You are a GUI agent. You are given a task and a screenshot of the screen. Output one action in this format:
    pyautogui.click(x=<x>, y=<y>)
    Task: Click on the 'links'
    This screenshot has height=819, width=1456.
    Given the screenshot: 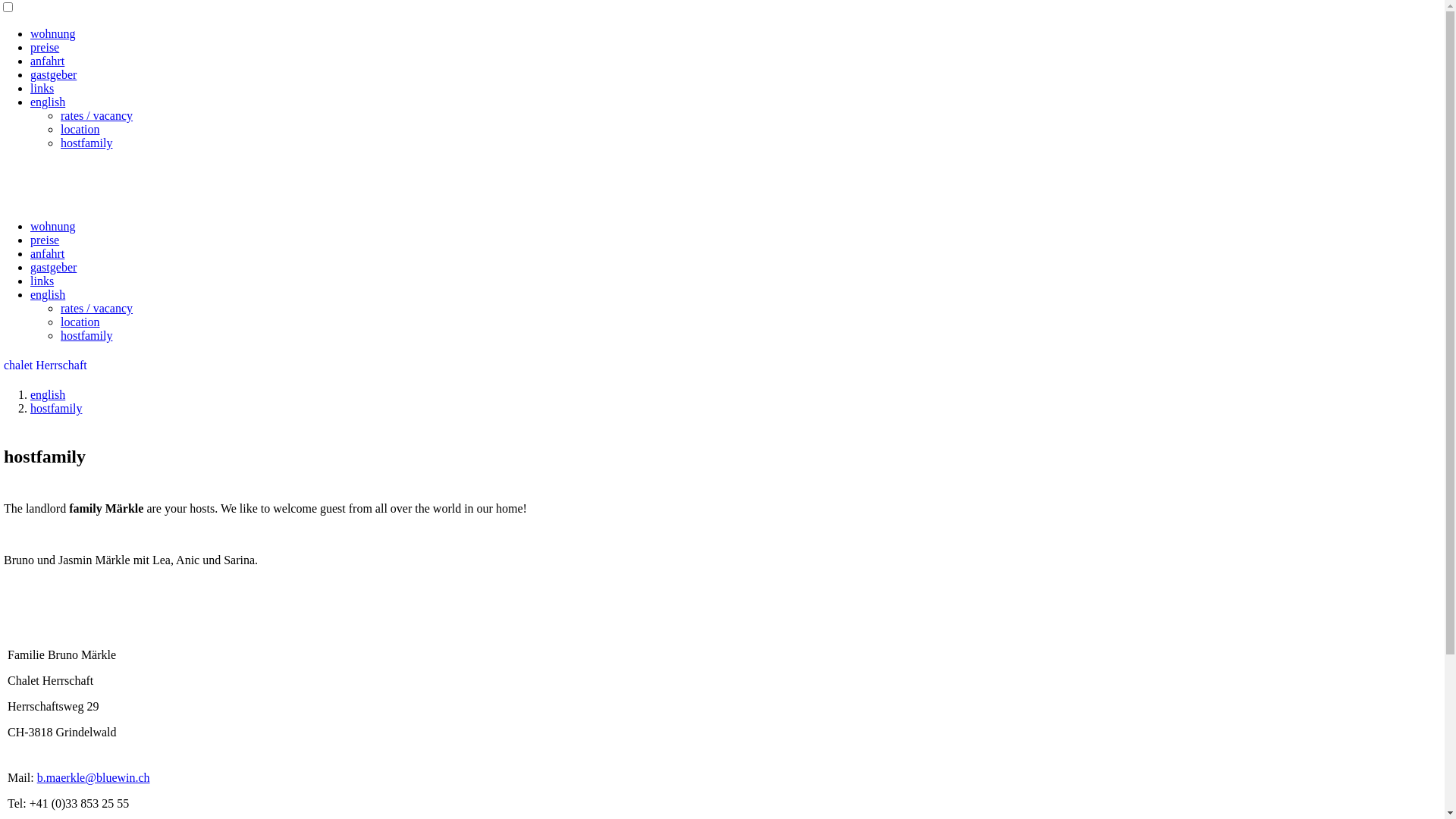 What is the action you would take?
    pyautogui.click(x=42, y=88)
    